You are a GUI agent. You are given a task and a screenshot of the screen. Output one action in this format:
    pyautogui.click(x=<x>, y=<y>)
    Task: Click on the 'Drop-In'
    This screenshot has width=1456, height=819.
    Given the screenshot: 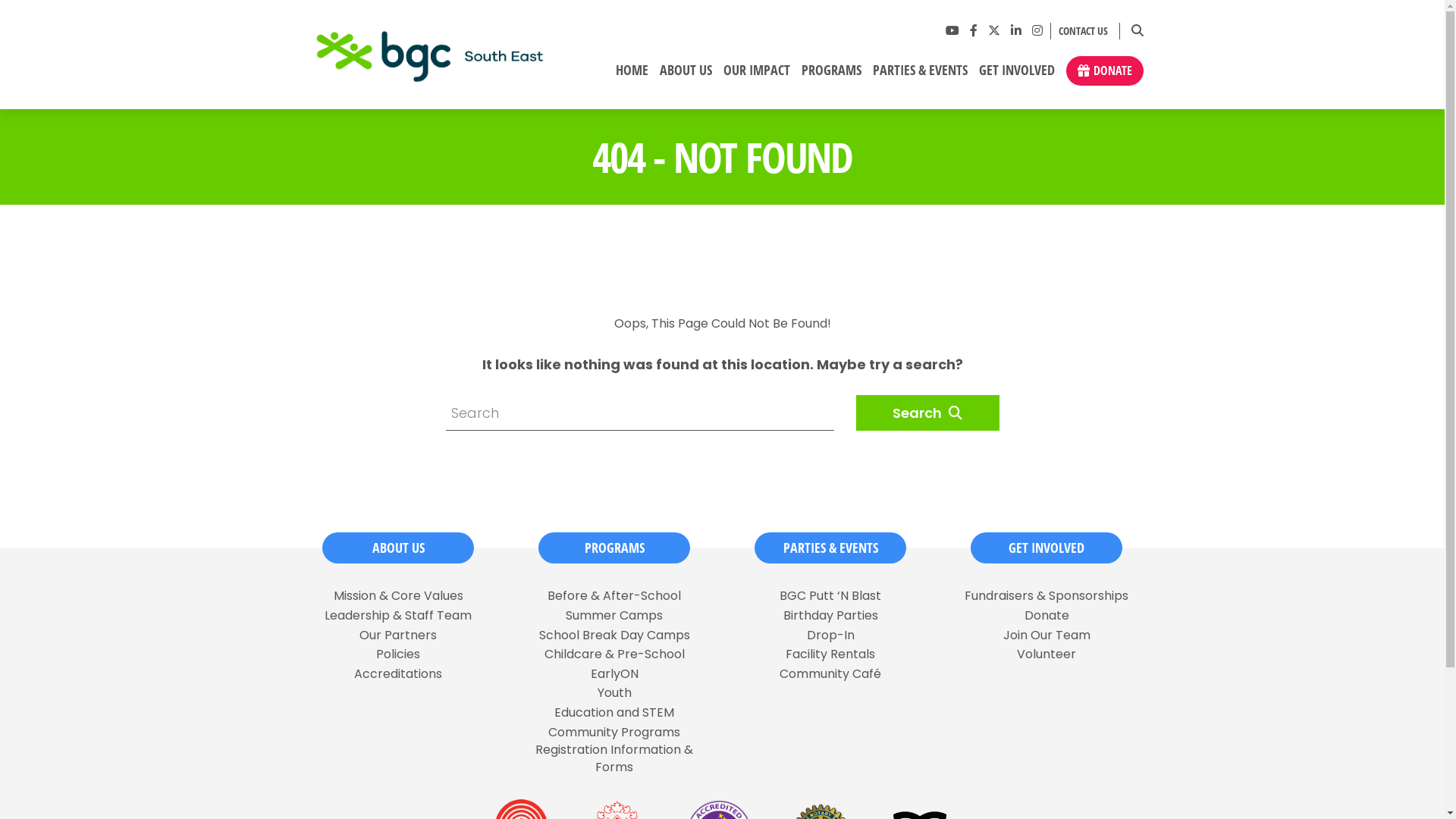 What is the action you would take?
    pyautogui.click(x=830, y=635)
    